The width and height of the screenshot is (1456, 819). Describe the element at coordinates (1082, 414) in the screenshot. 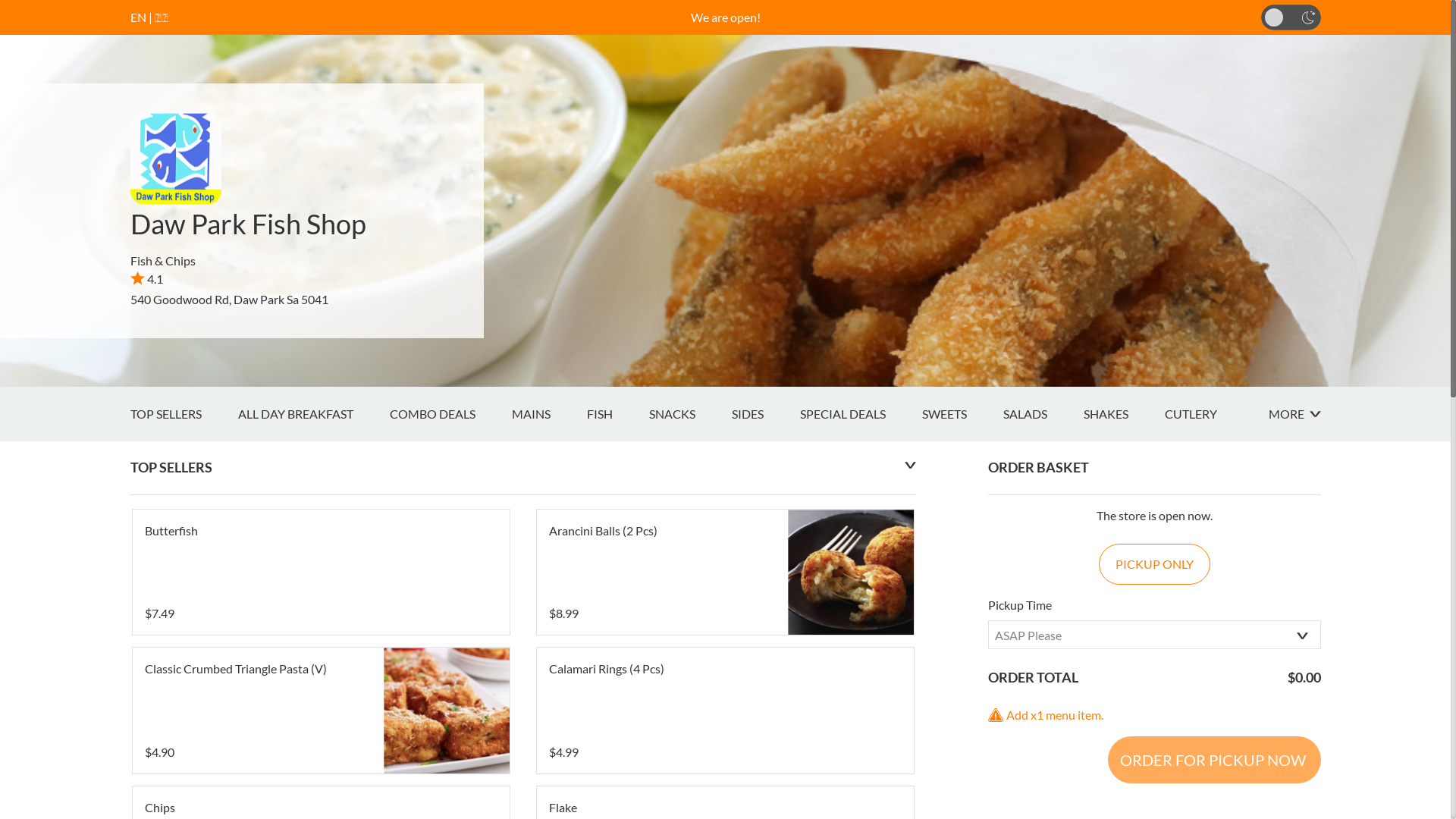

I see `'SHAKES'` at that location.